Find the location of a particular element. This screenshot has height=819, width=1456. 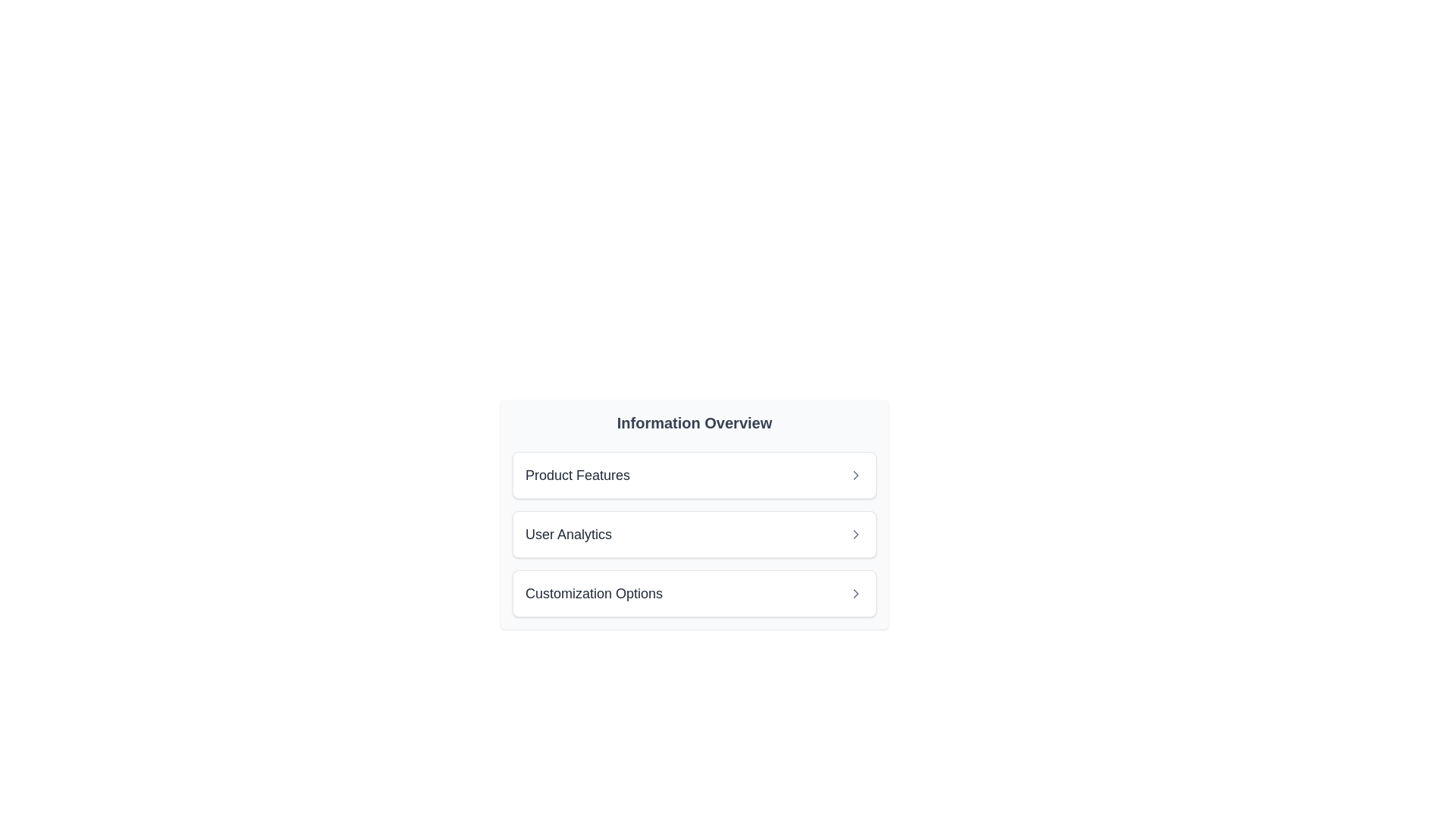

text label 'Product Features' which is the first item in the 'Information Overview' list, styled with bold dark-gray text is located at coordinates (577, 475).